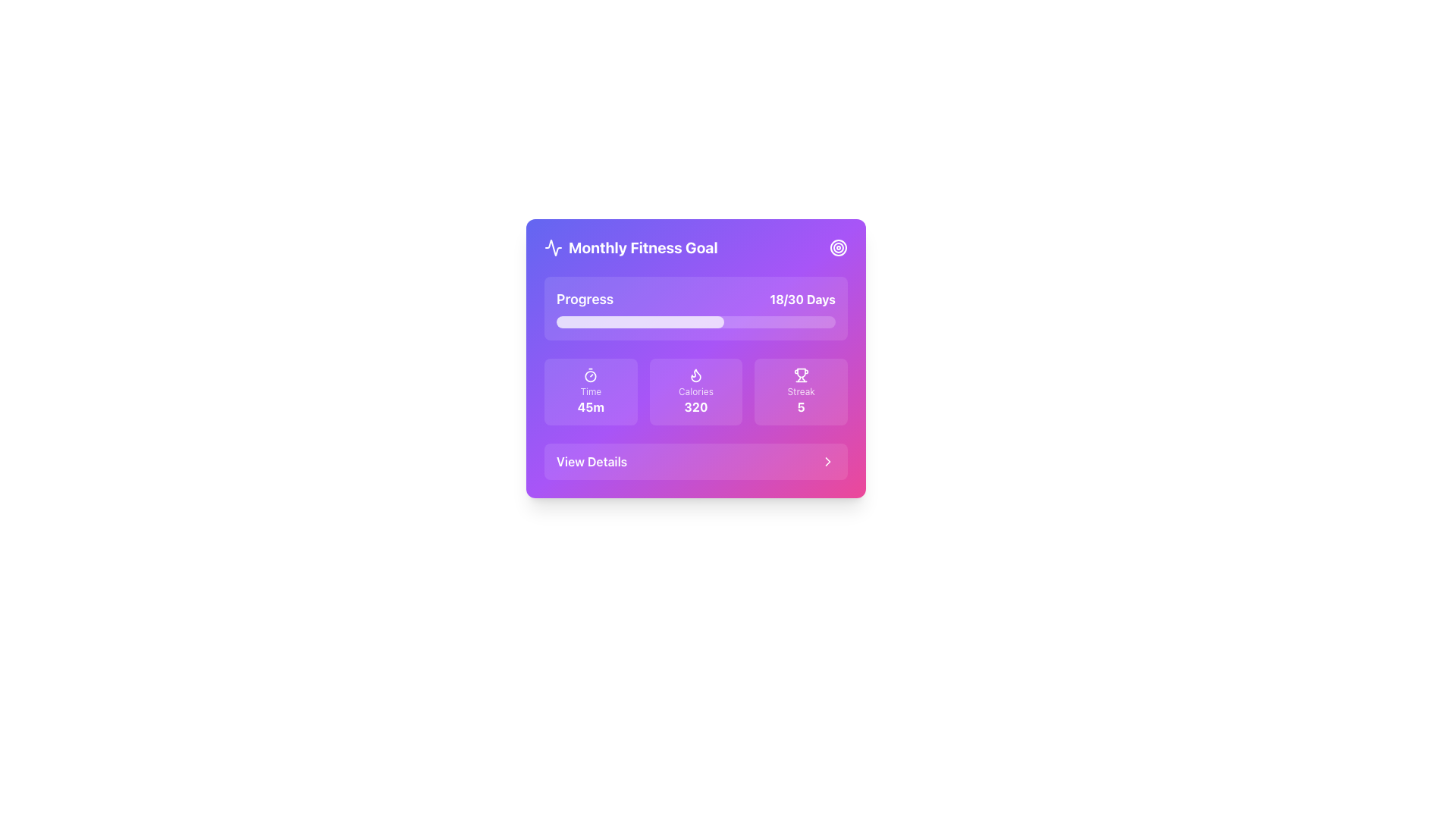  I want to click on the circular graphical timer element located at the center of the timer icon in the top-right corner of the 'Monthly Fitness Goal' card, so click(590, 375).